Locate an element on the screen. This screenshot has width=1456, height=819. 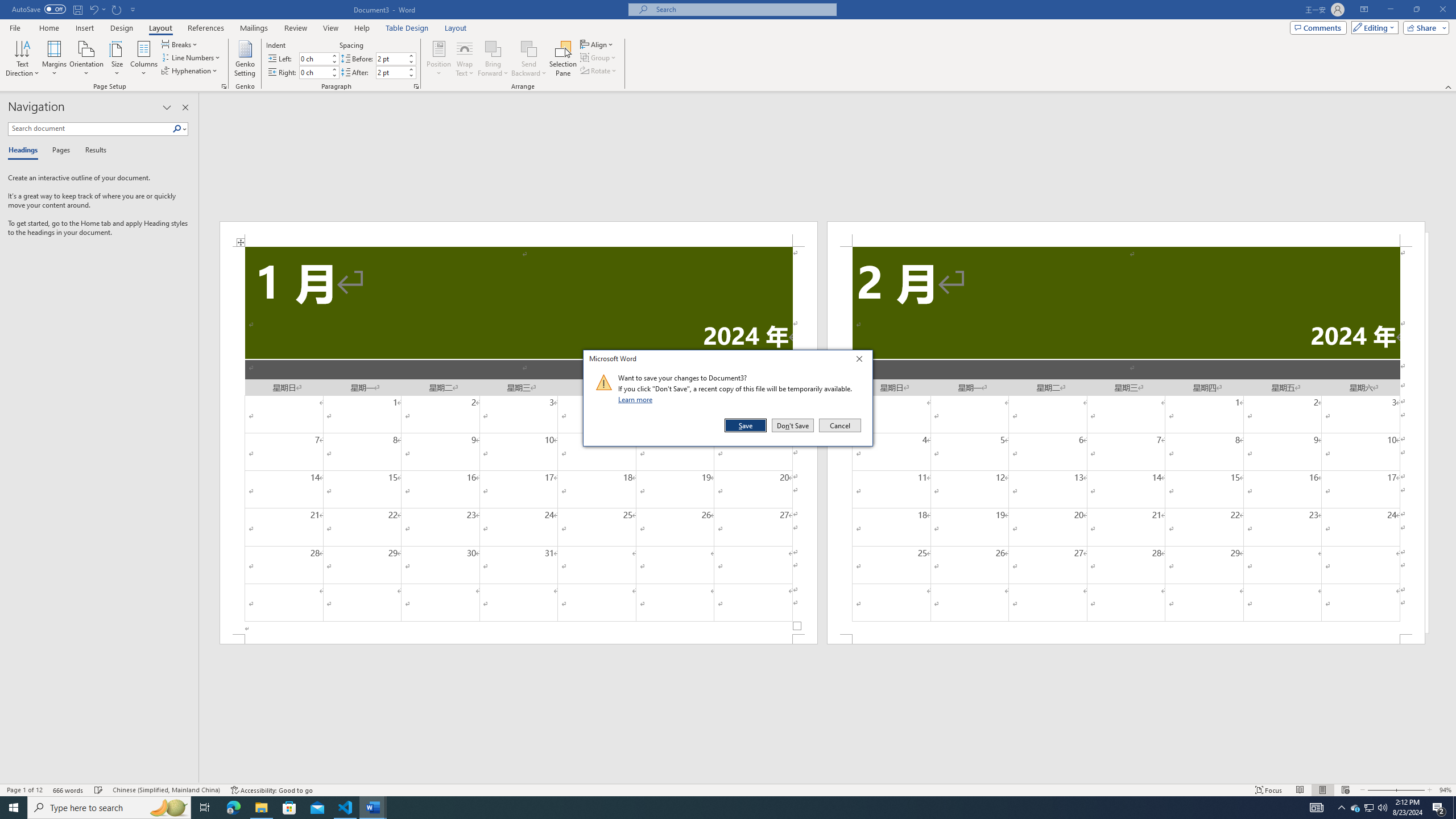
'Text Direction' is located at coordinates (22, 59).